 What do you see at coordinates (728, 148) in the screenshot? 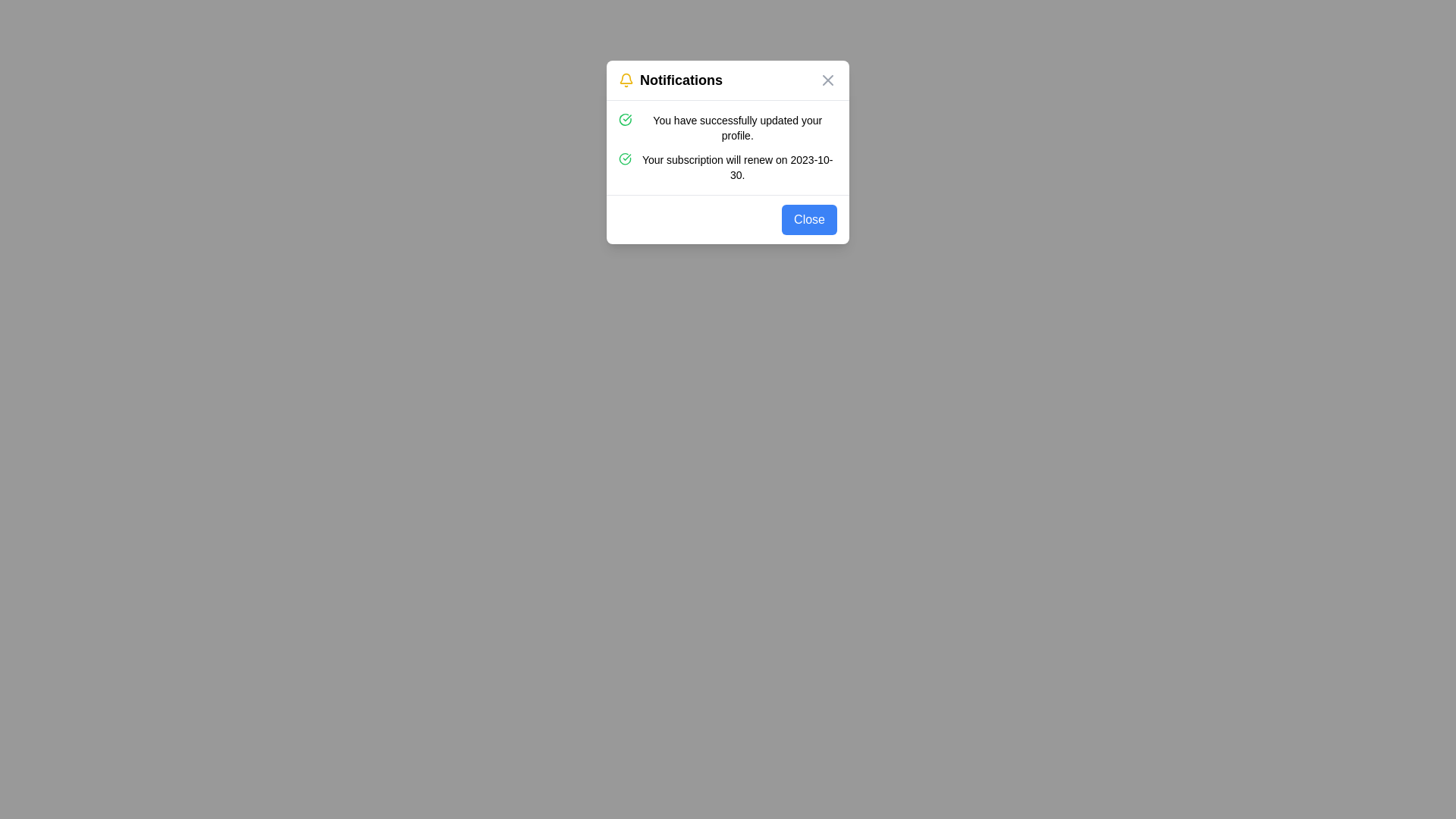
I see `text content from the notification section that displays messages about profile update and subscription renewal, located in the modal dialog below the 'Notifications' header` at bounding box center [728, 148].